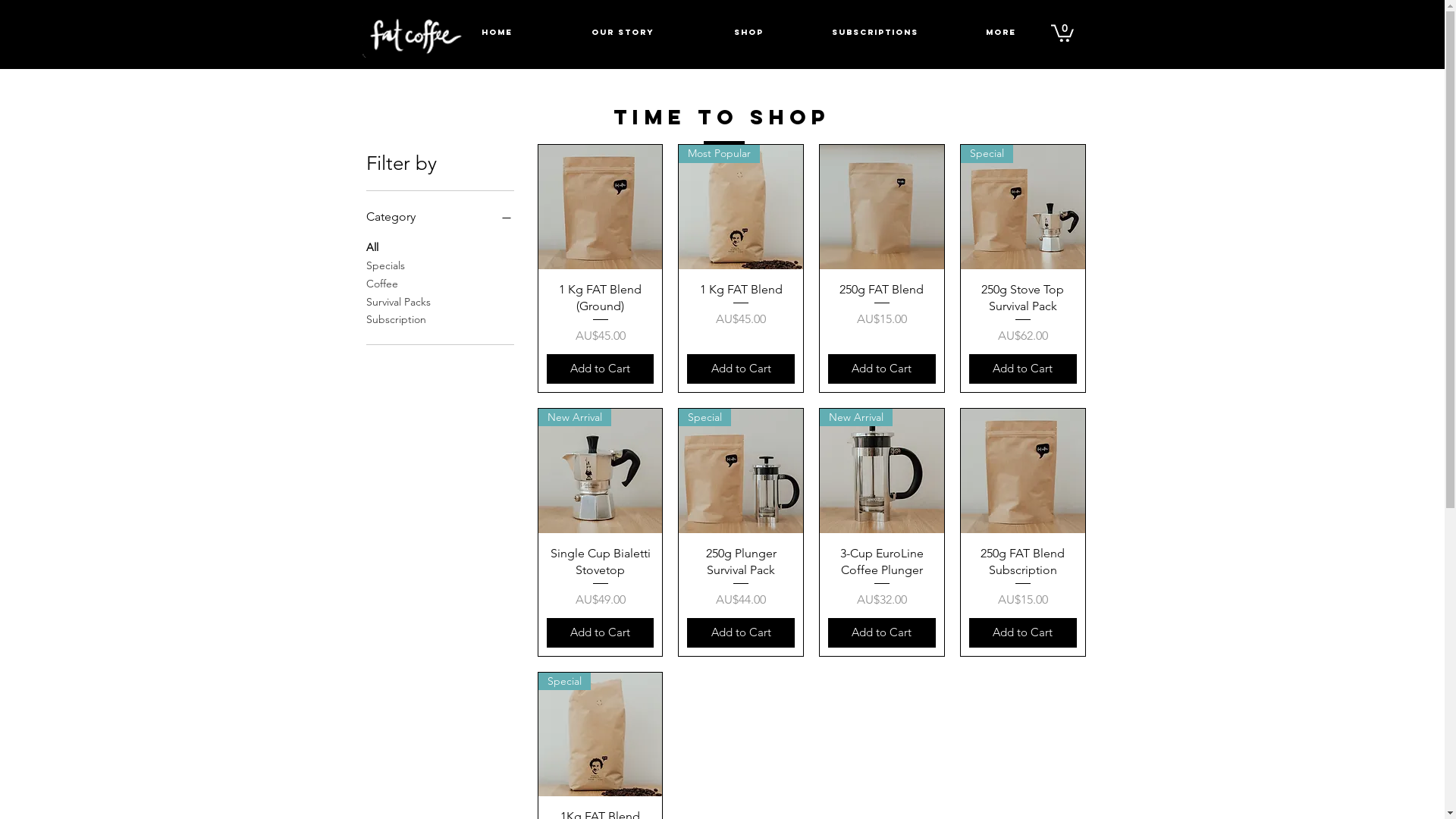 The image size is (1456, 819). I want to click on 'SHOP', so click(748, 32).